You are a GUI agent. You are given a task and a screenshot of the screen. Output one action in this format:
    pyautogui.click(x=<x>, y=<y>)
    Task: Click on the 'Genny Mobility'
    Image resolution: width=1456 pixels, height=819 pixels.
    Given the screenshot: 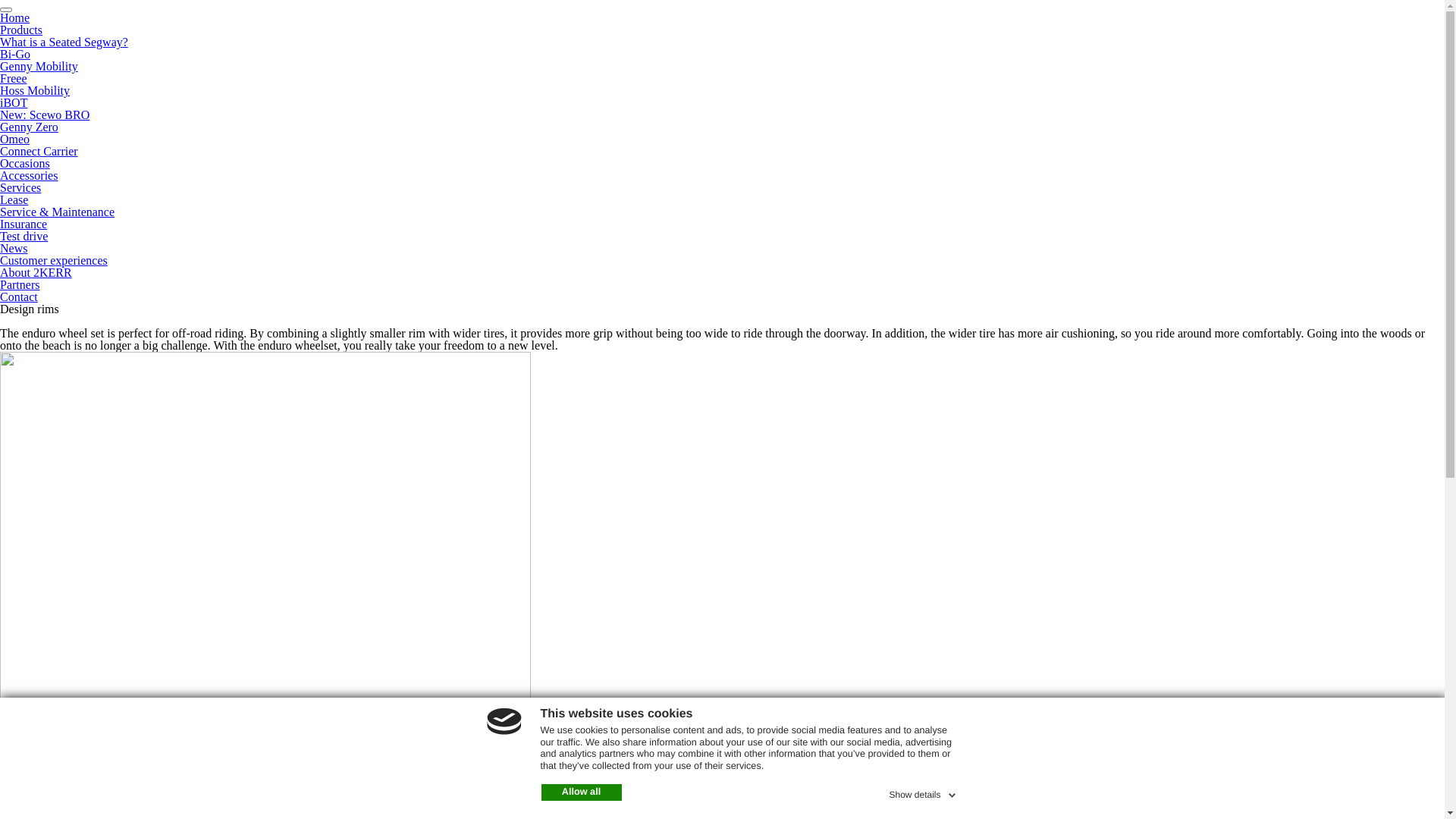 What is the action you would take?
    pyautogui.click(x=39, y=65)
    